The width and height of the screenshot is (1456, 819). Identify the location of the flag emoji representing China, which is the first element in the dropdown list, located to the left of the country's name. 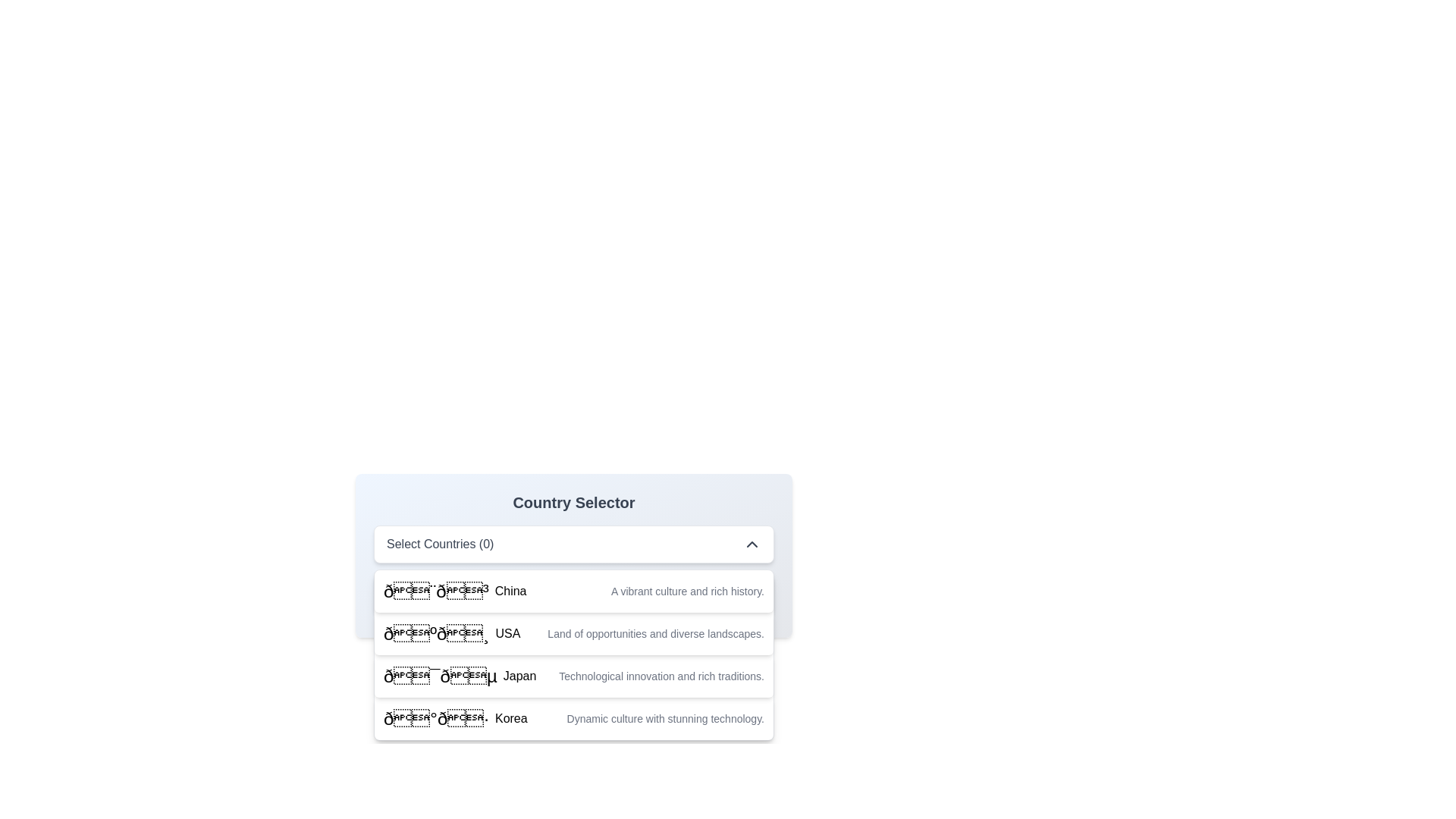
(435, 590).